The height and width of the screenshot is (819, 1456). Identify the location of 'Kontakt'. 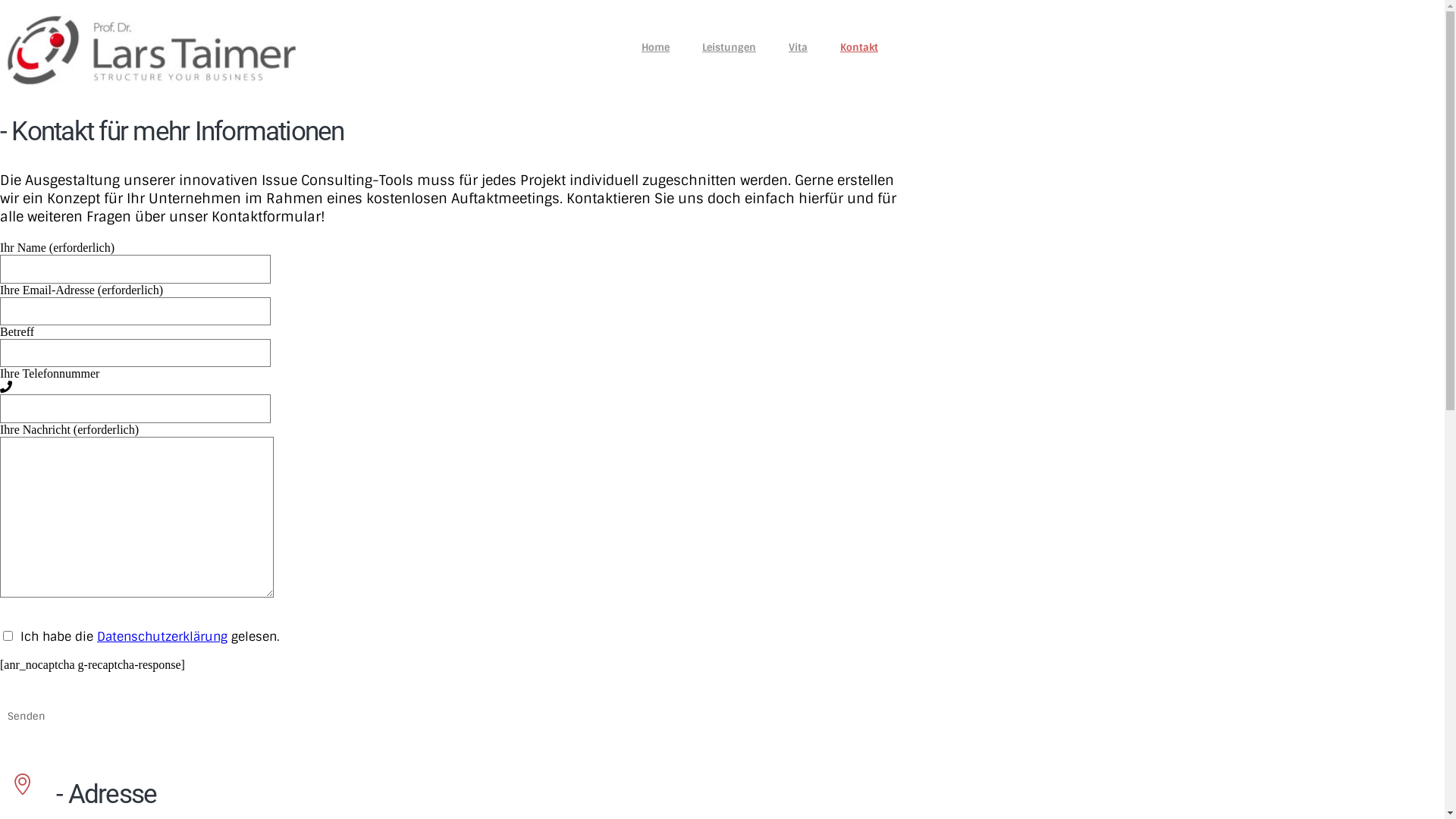
(858, 45).